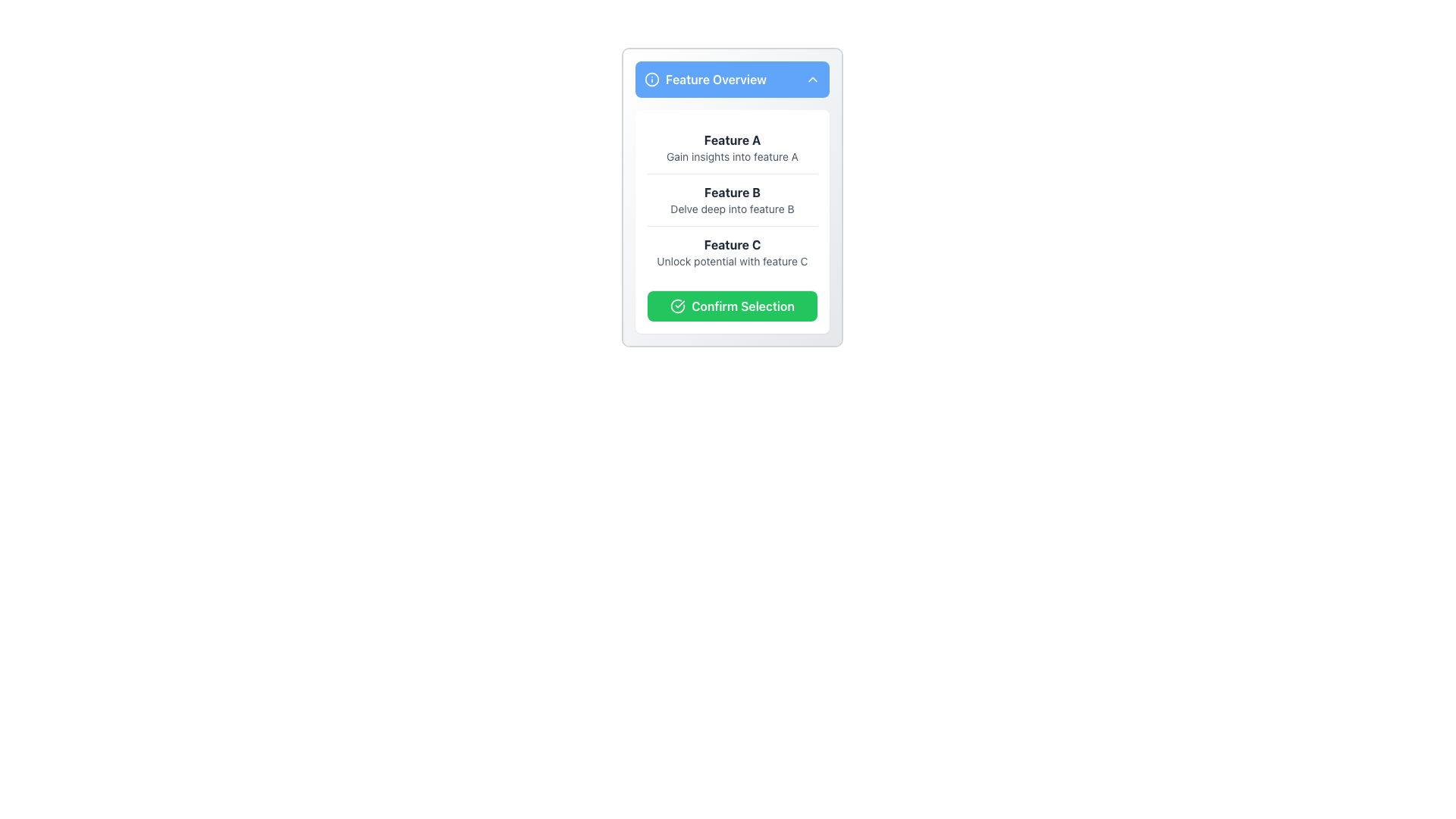  Describe the element at coordinates (677, 306) in the screenshot. I see `the confirmation icon located to the left of the text inside the 'Confirm Selection' button, which is the bottom-most interactive element in the interface` at that location.